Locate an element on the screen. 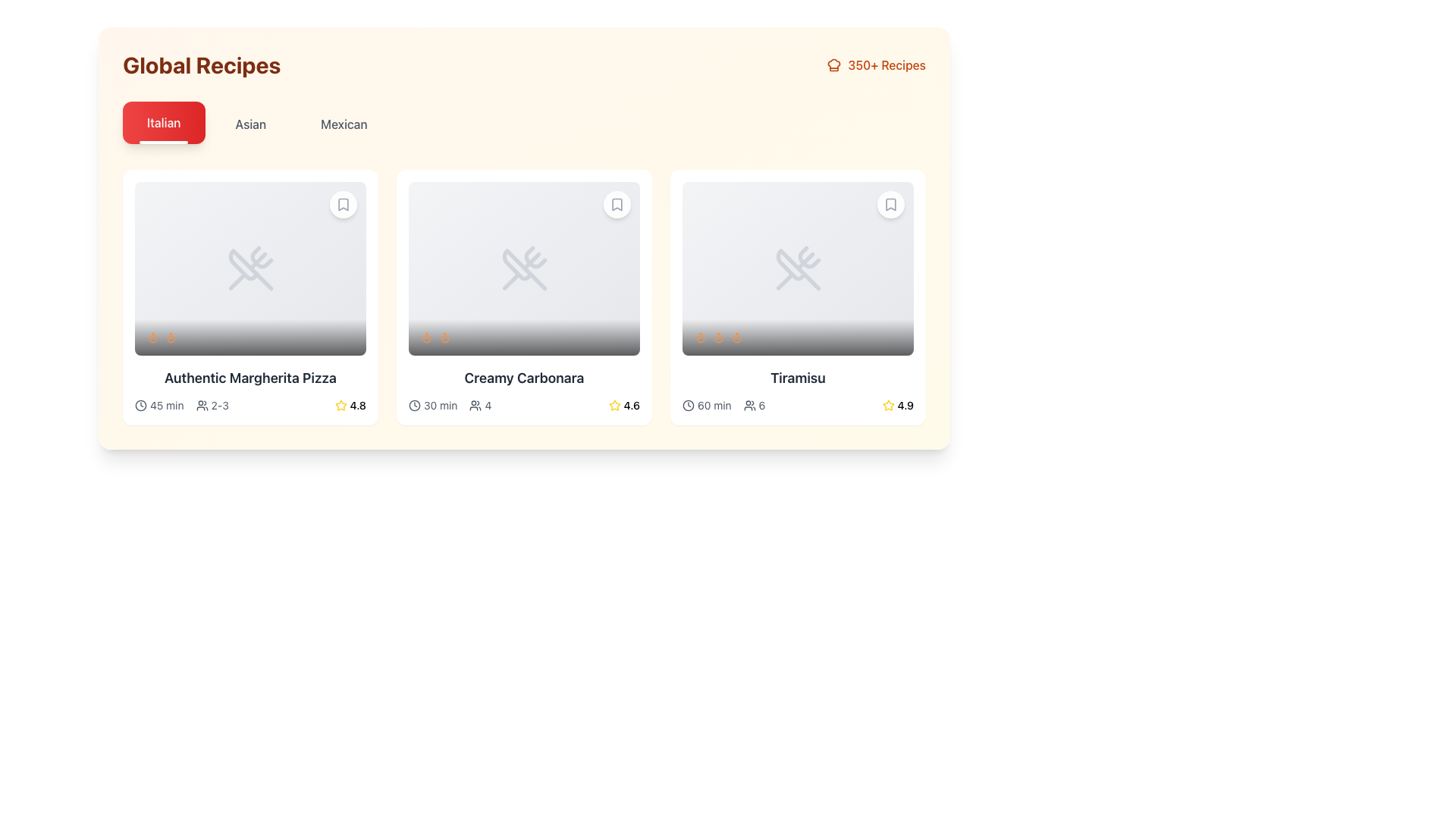 Image resolution: width=1456 pixels, height=819 pixels. the bookmark button located in the top-right section of the 'Authentic Margherita Pizza' card to bookmark the item is located at coordinates (342, 205).